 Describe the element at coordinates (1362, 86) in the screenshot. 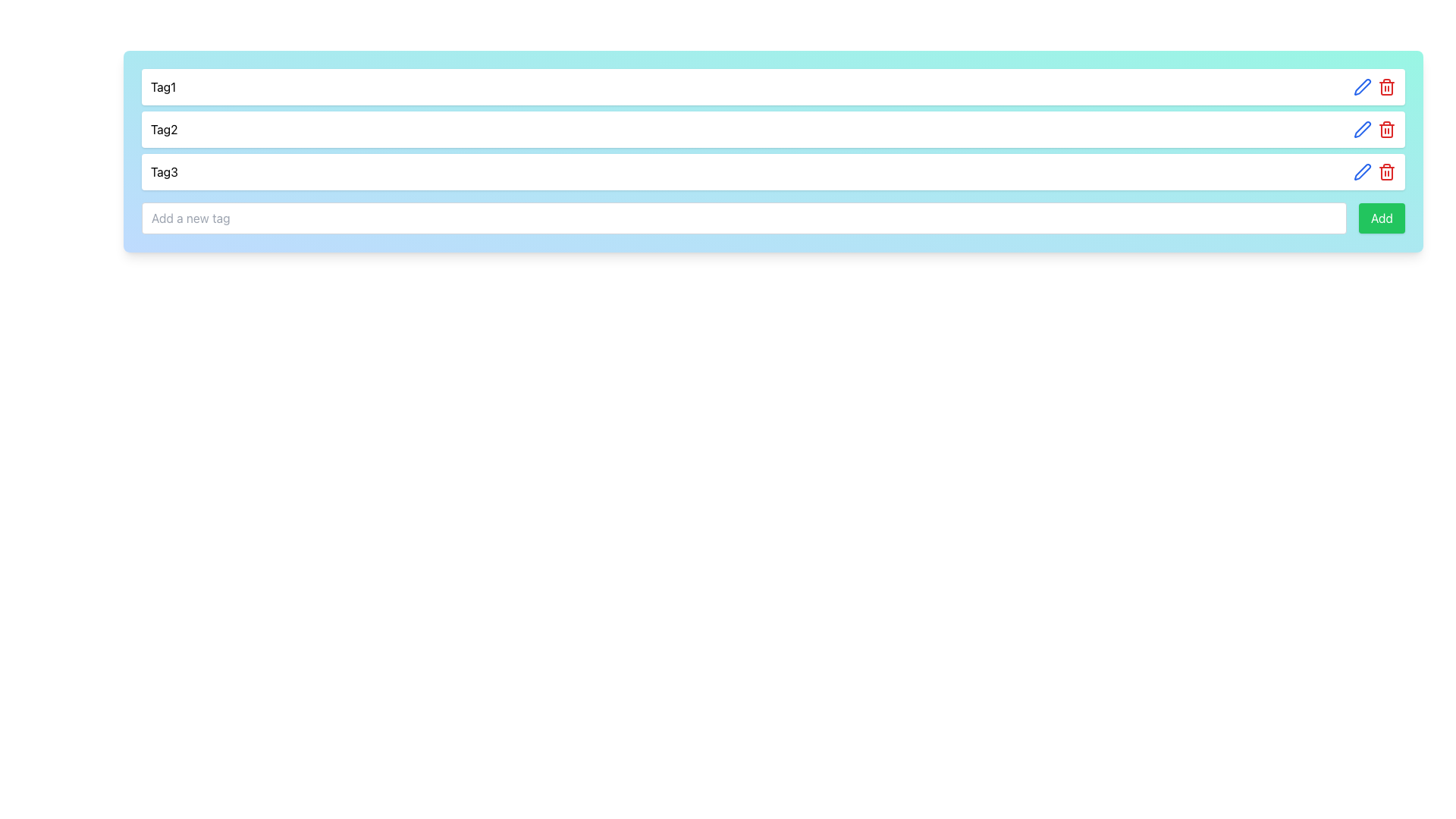

I see `the icon button located to the far right of the 'Tag2' text entry field` at that location.